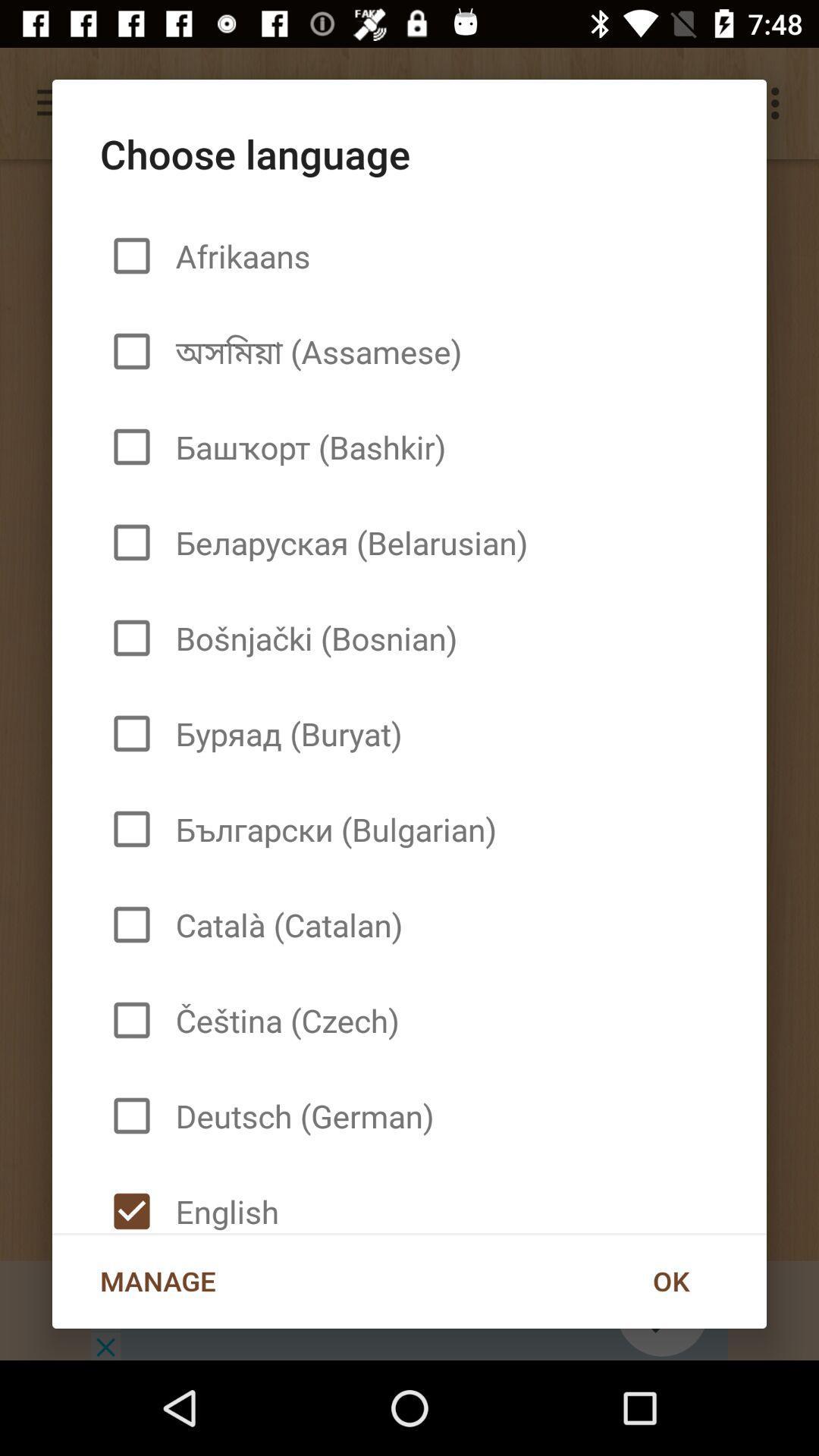 The image size is (819, 1456). What do you see at coordinates (670, 1280) in the screenshot?
I see `item below choose language icon` at bounding box center [670, 1280].